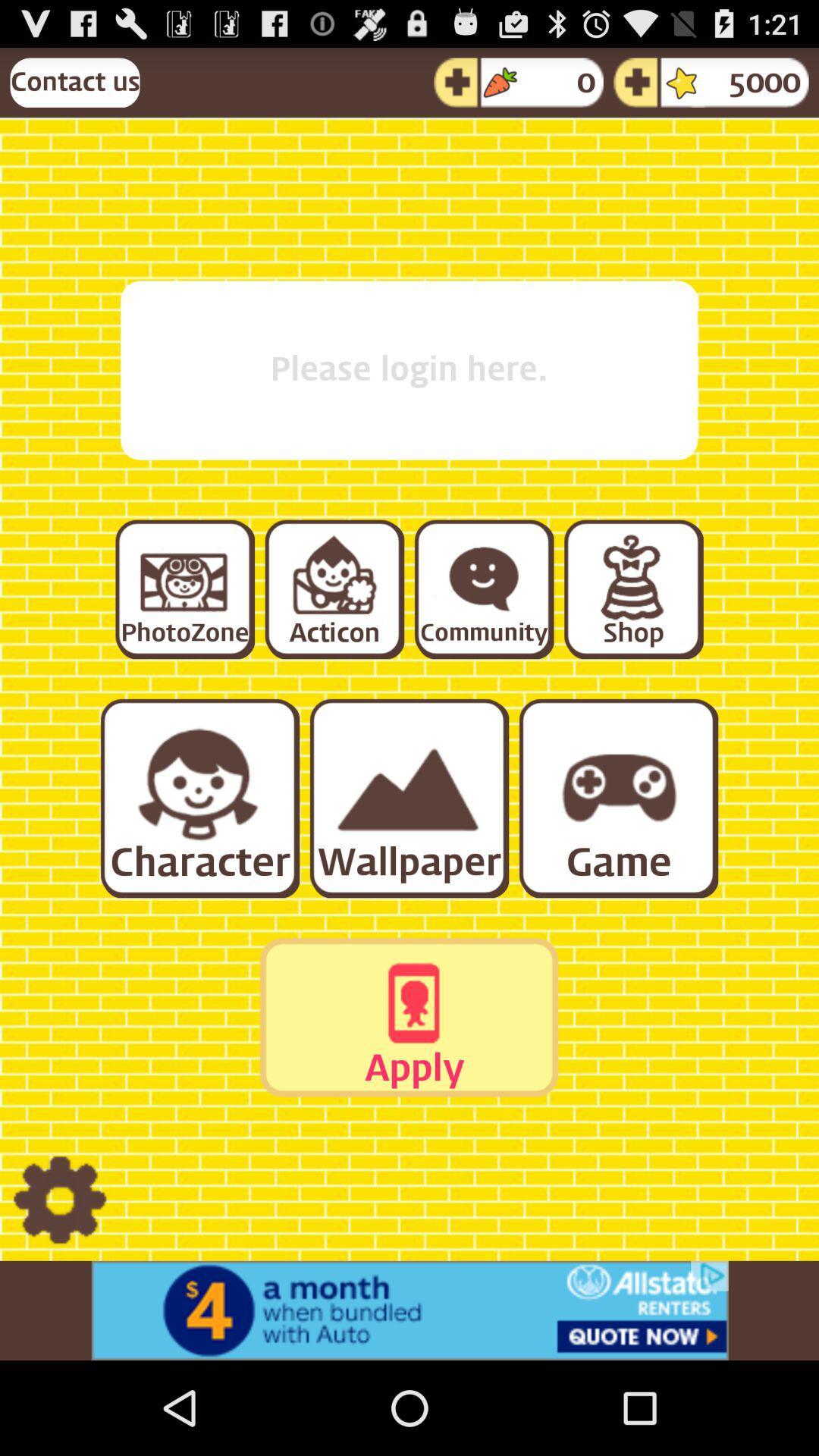 Image resolution: width=819 pixels, height=1456 pixels. Describe the element at coordinates (408, 1017) in the screenshot. I see `apply` at that location.